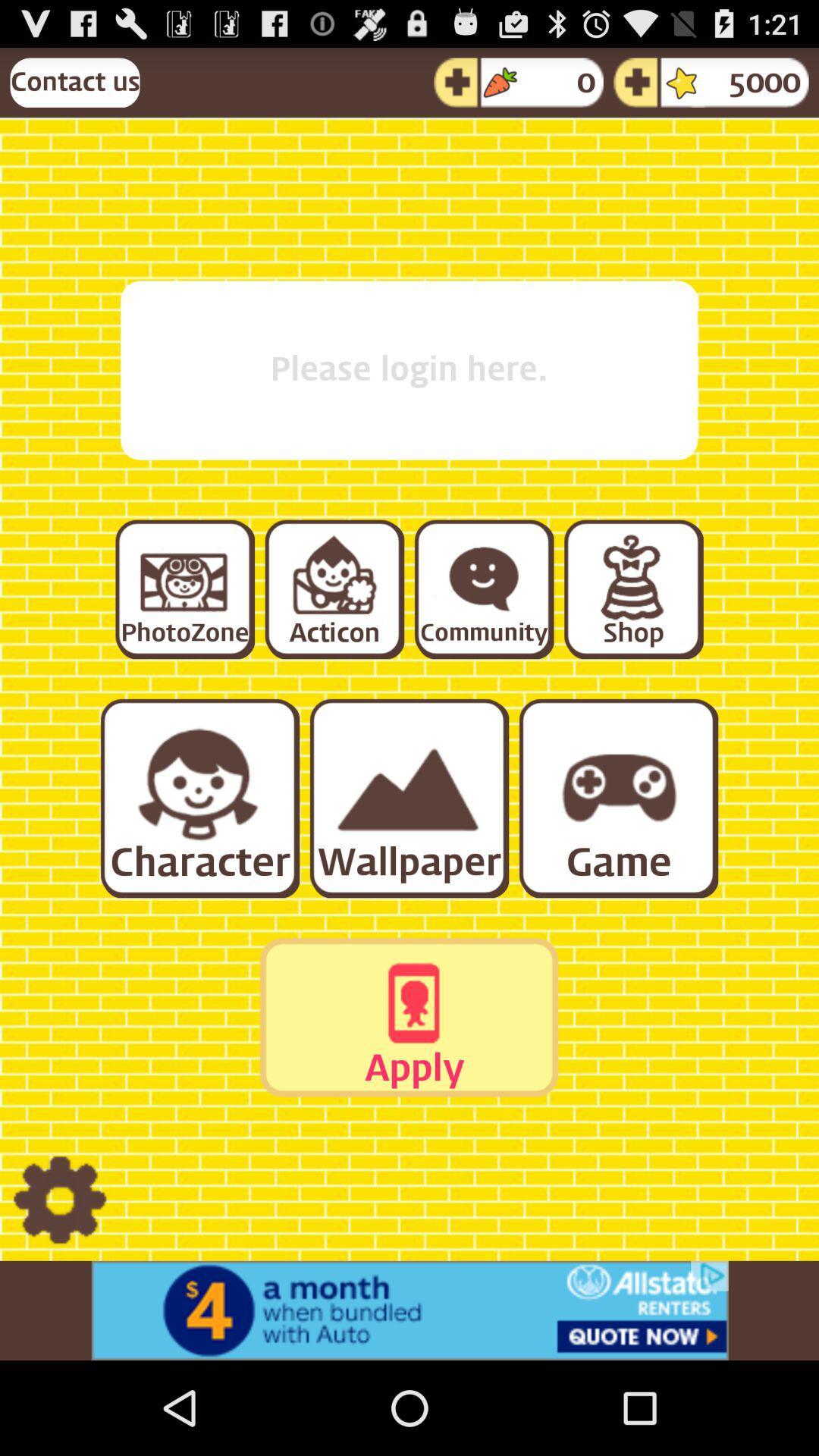 Image resolution: width=819 pixels, height=1456 pixels. Describe the element at coordinates (408, 1017) in the screenshot. I see `apply` at that location.